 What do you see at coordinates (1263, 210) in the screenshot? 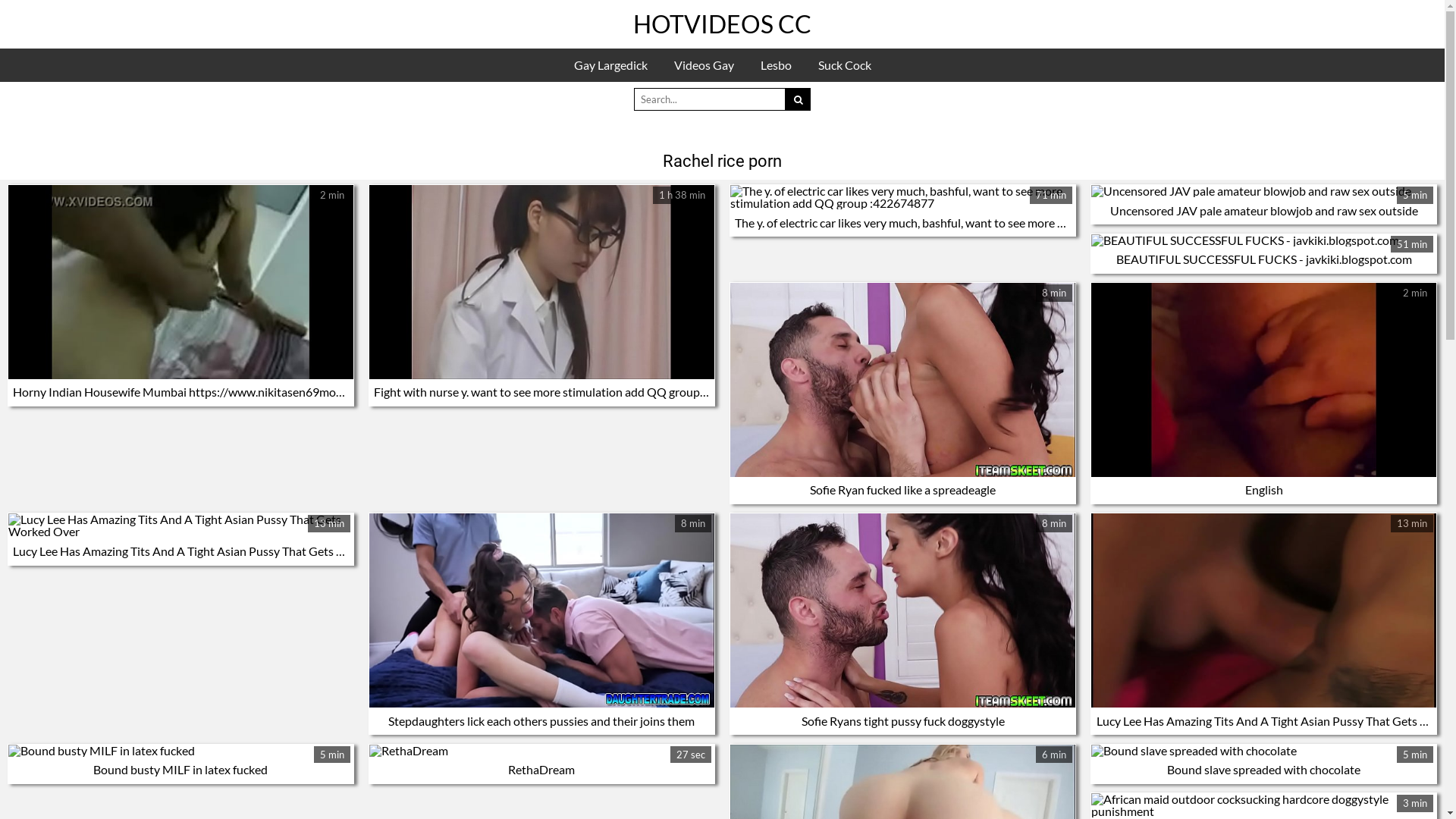
I see `'Uncensored JAV pale amateur blowjob and raw sex outside'` at bounding box center [1263, 210].